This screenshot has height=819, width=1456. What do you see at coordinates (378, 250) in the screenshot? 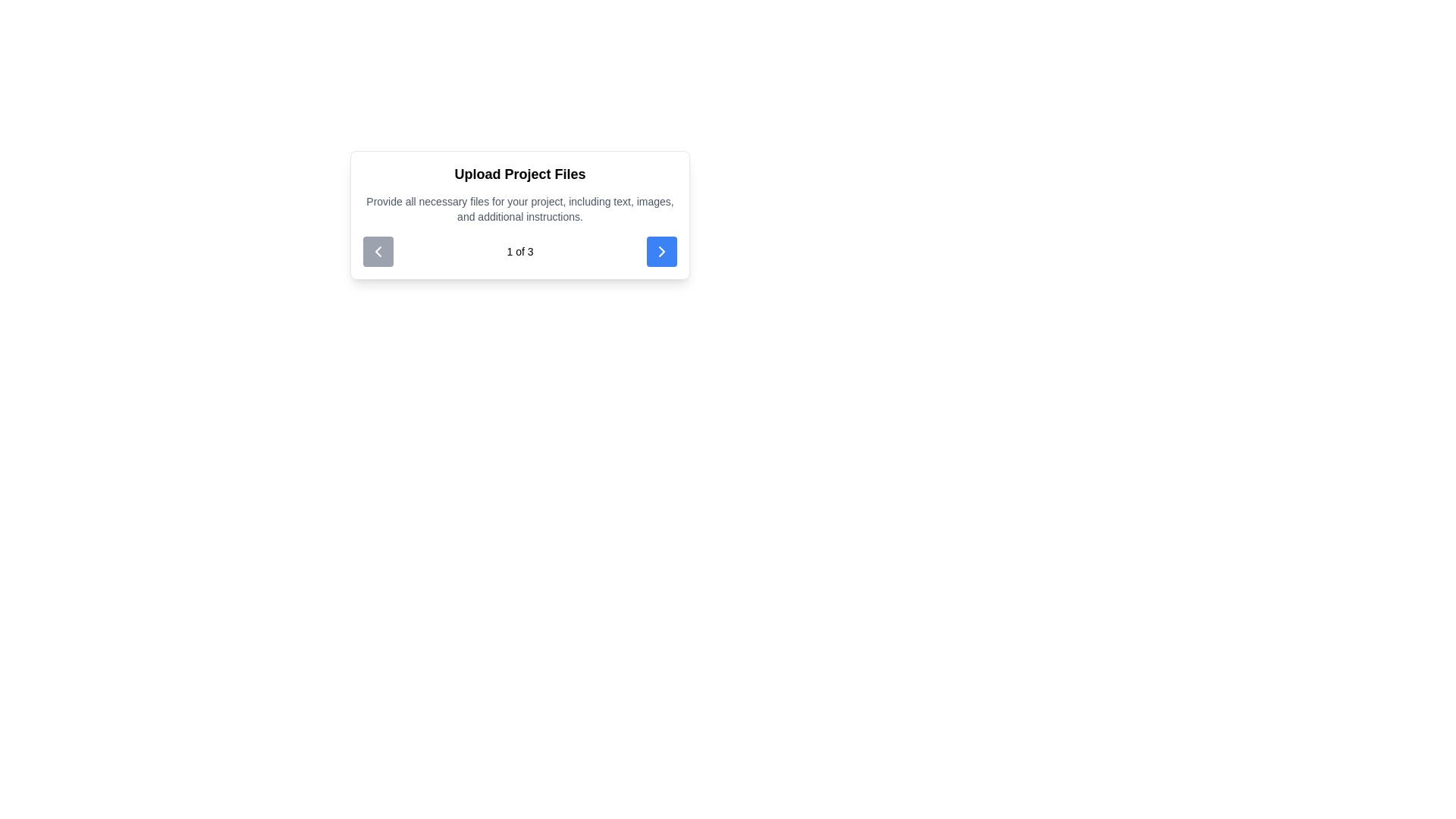
I see `the left navigation button for the previous page in the pagination control` at bounding box center [378, 250].